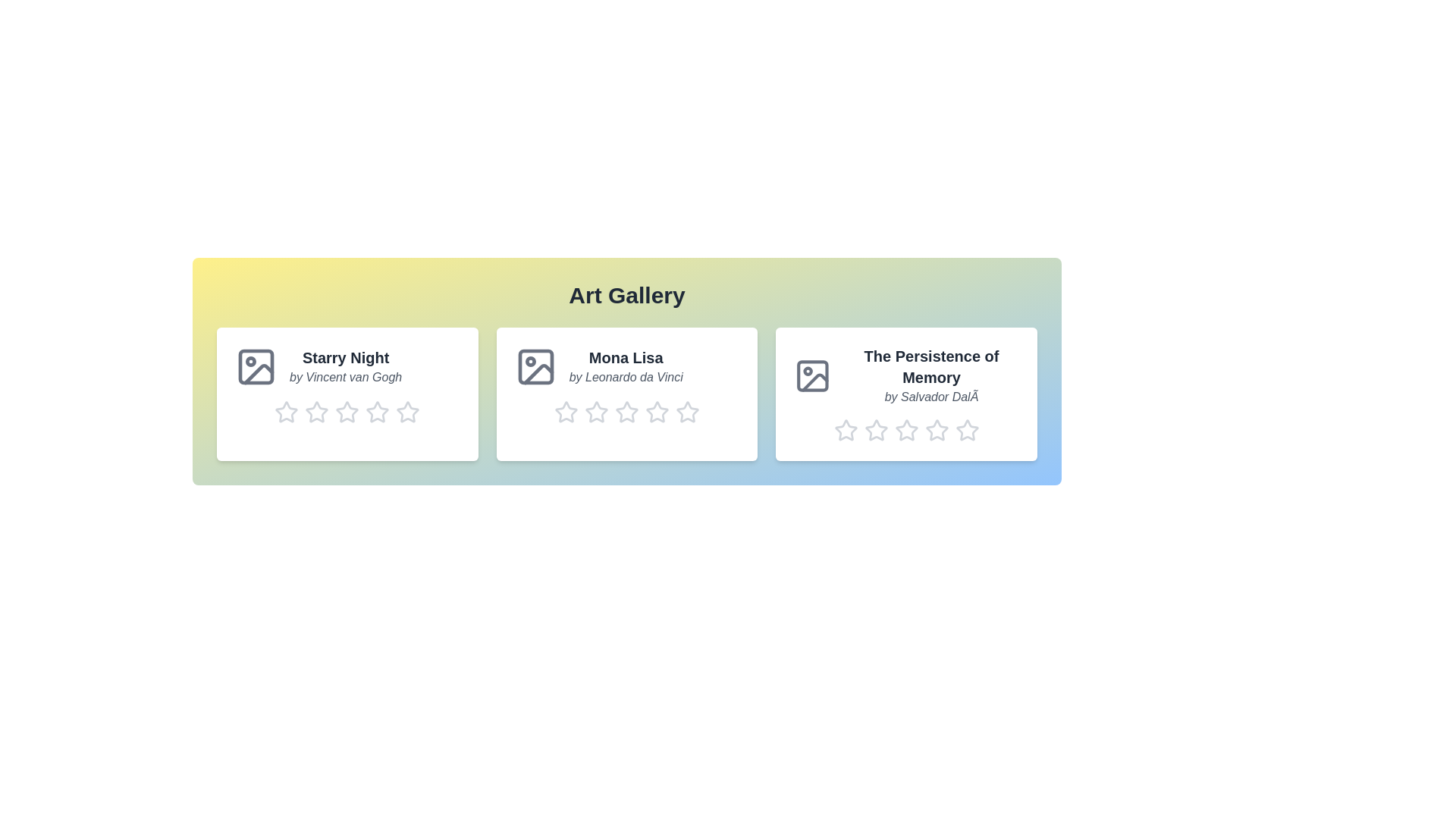 The image size is (1456, 819). I want to click on the rating for the artwork 'Starry Night' to 1 stars, so click(287, 412).